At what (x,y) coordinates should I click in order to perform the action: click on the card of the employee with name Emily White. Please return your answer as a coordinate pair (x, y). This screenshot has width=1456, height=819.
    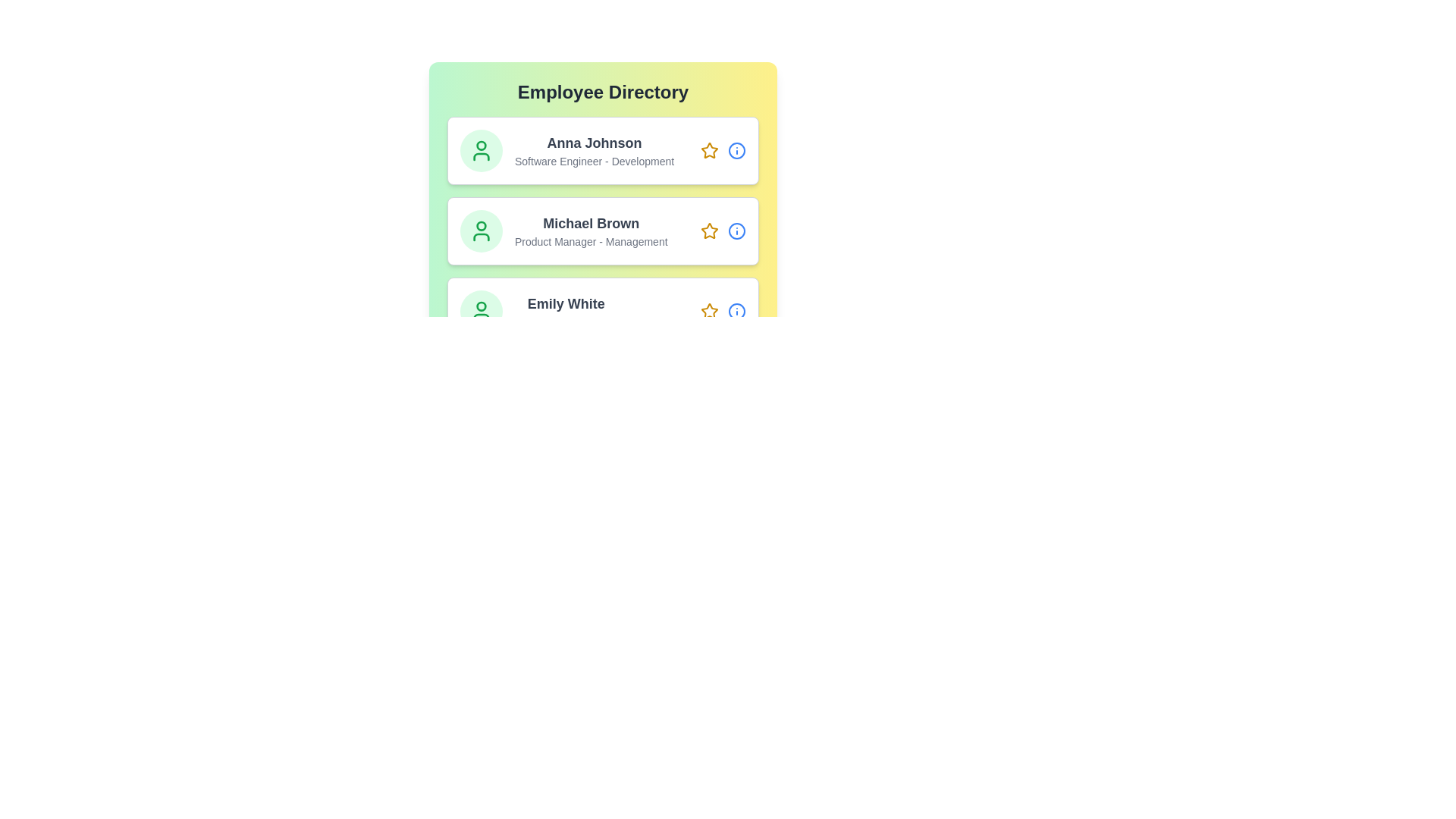
    Looking at the image, I should click on (602, 311).